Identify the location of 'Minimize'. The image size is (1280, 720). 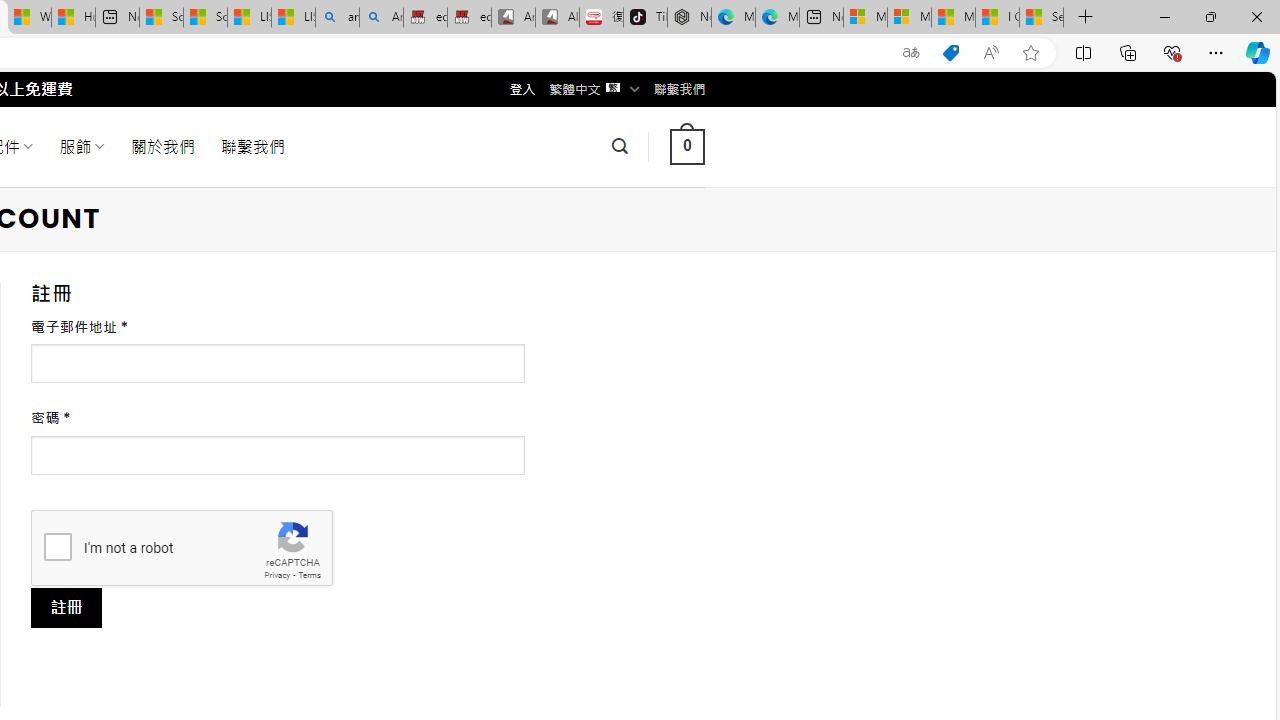
(1164, 16).